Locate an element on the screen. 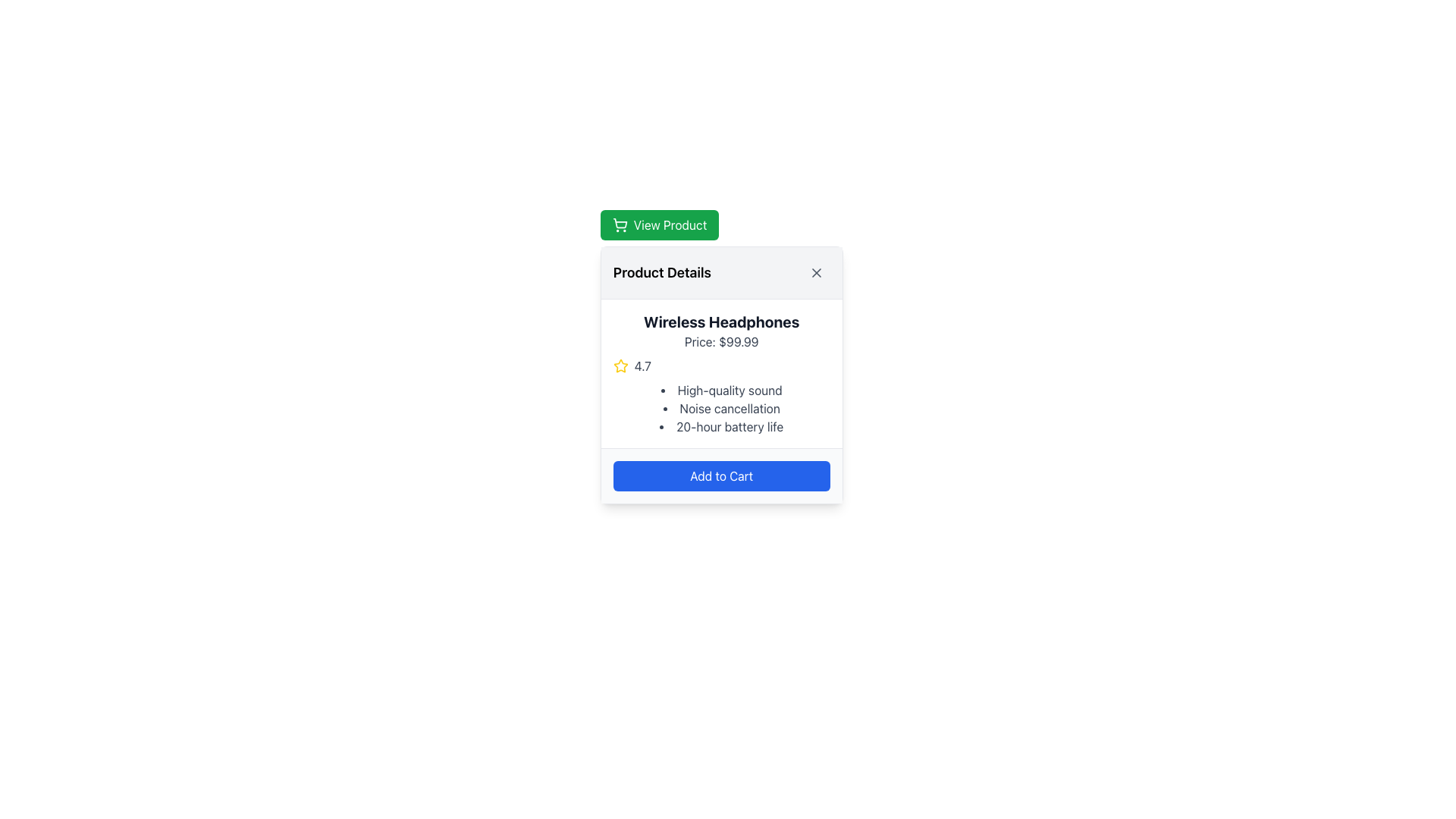  the star rating in the product details card to see the rating system details is located at coordinates (720, 375).